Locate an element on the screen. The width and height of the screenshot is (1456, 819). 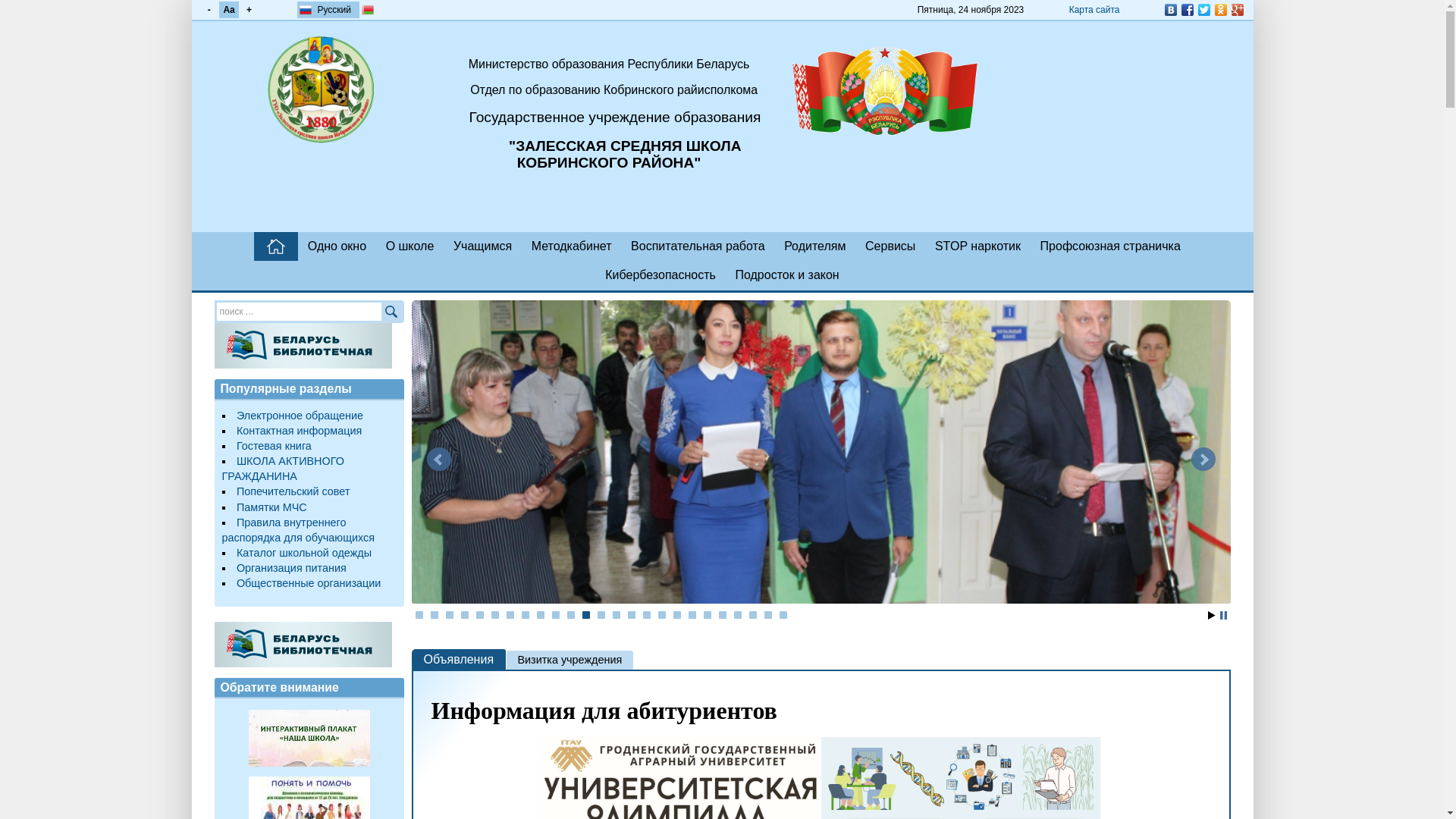
'Next' is located at coordinates (1201, 458).